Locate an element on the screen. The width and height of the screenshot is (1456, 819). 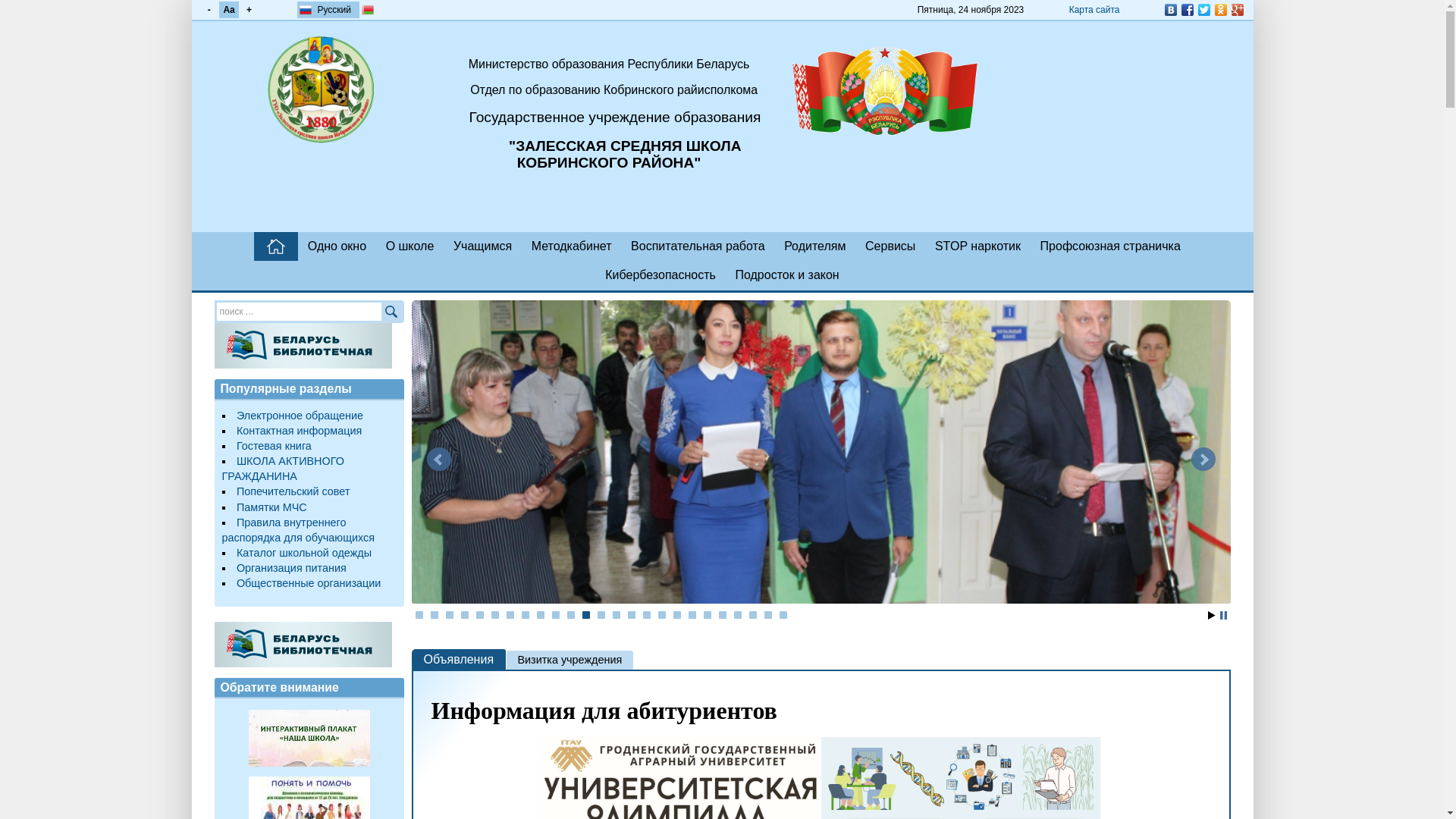
'Next' is located at coordinates (1201, 458).